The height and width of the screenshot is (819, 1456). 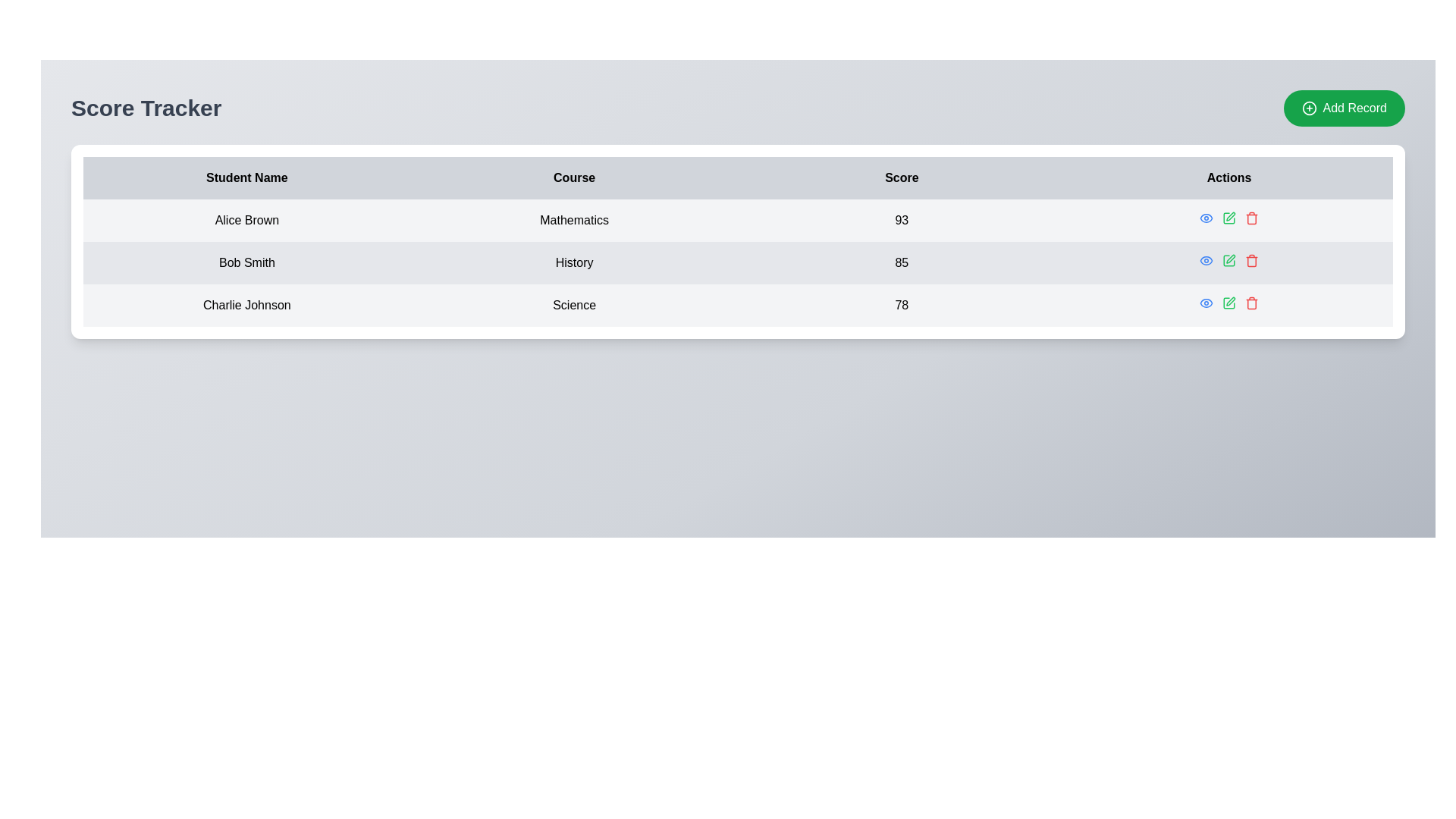 I want to click on the trash icon in the 'Actions' column of the third row, so click(x=1252, y=219).